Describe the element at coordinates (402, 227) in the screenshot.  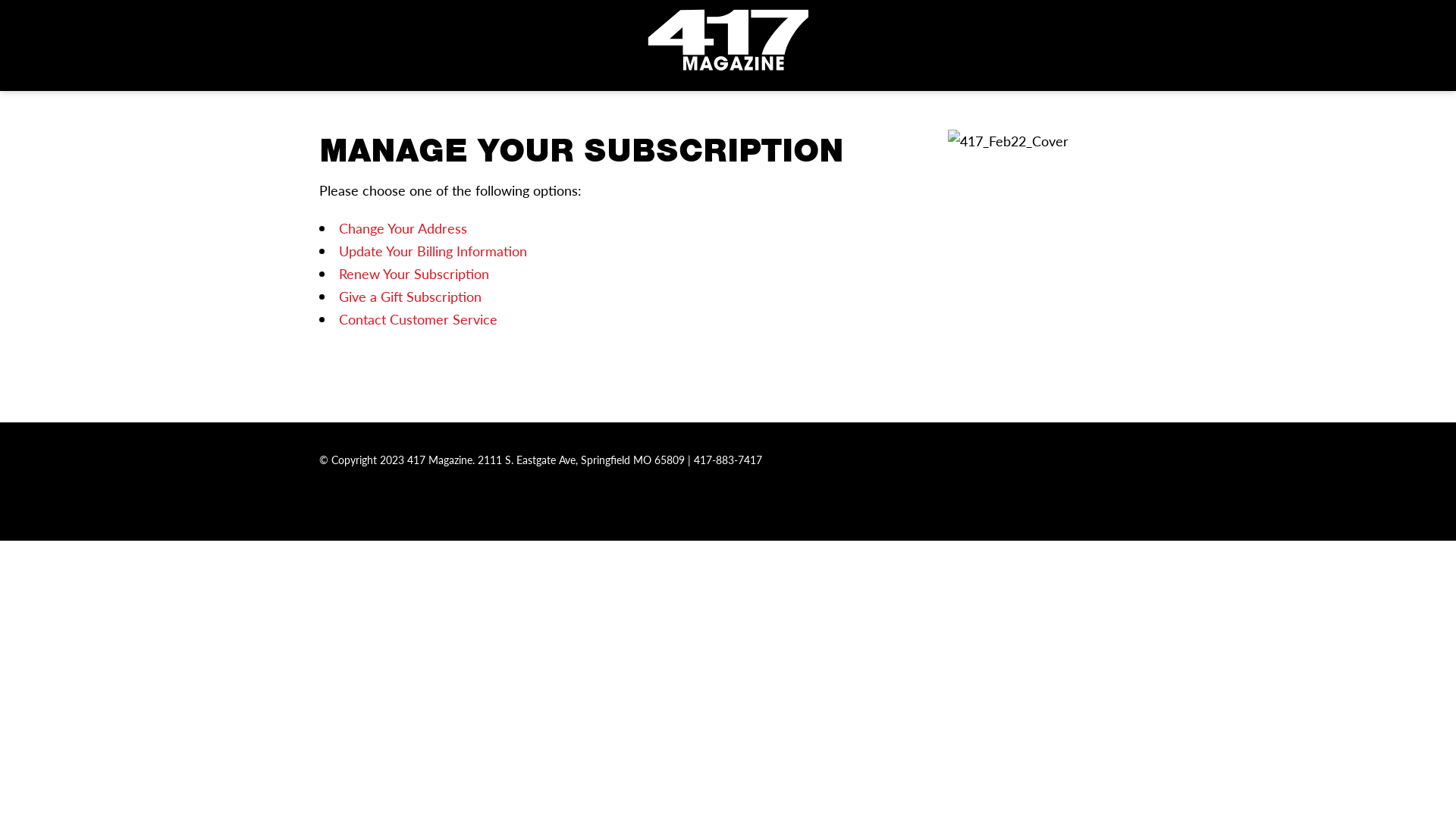
I see `'Change Your Address'` at that location.